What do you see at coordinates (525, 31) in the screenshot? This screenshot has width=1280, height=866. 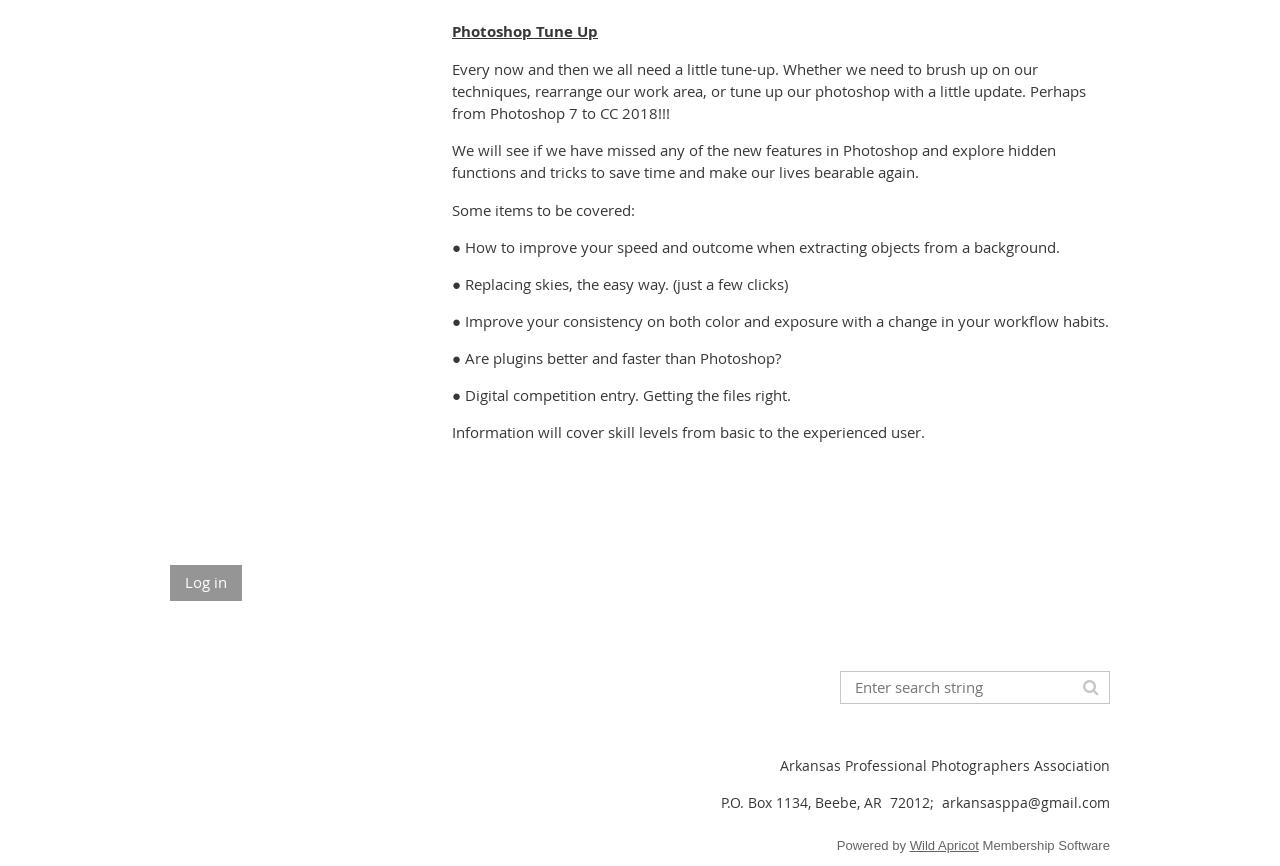 I see `'Photoshop Tune Up'` at bounding box center [525, 31].